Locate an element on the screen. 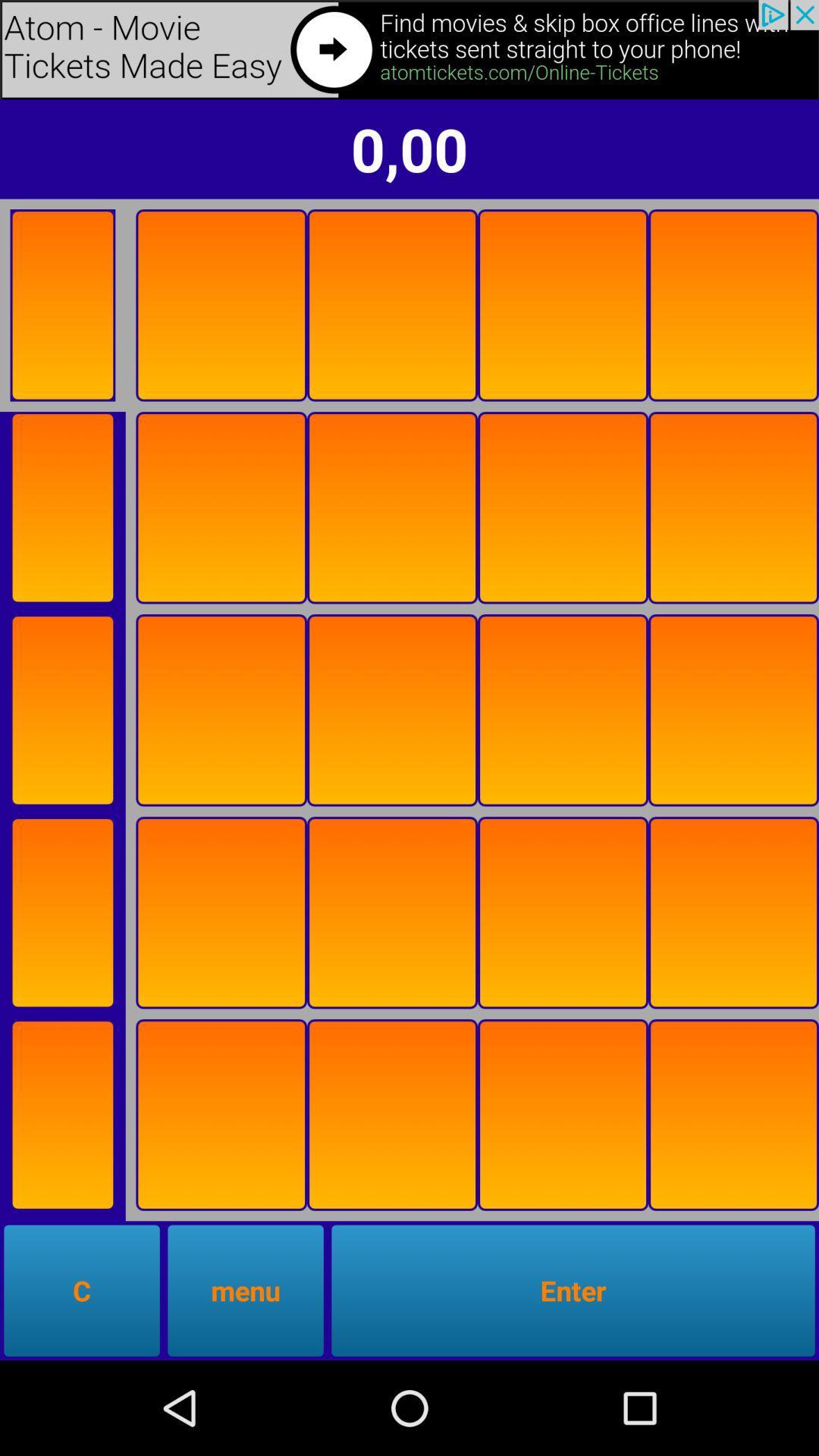  cash register button is located at coordinates (733, 304).